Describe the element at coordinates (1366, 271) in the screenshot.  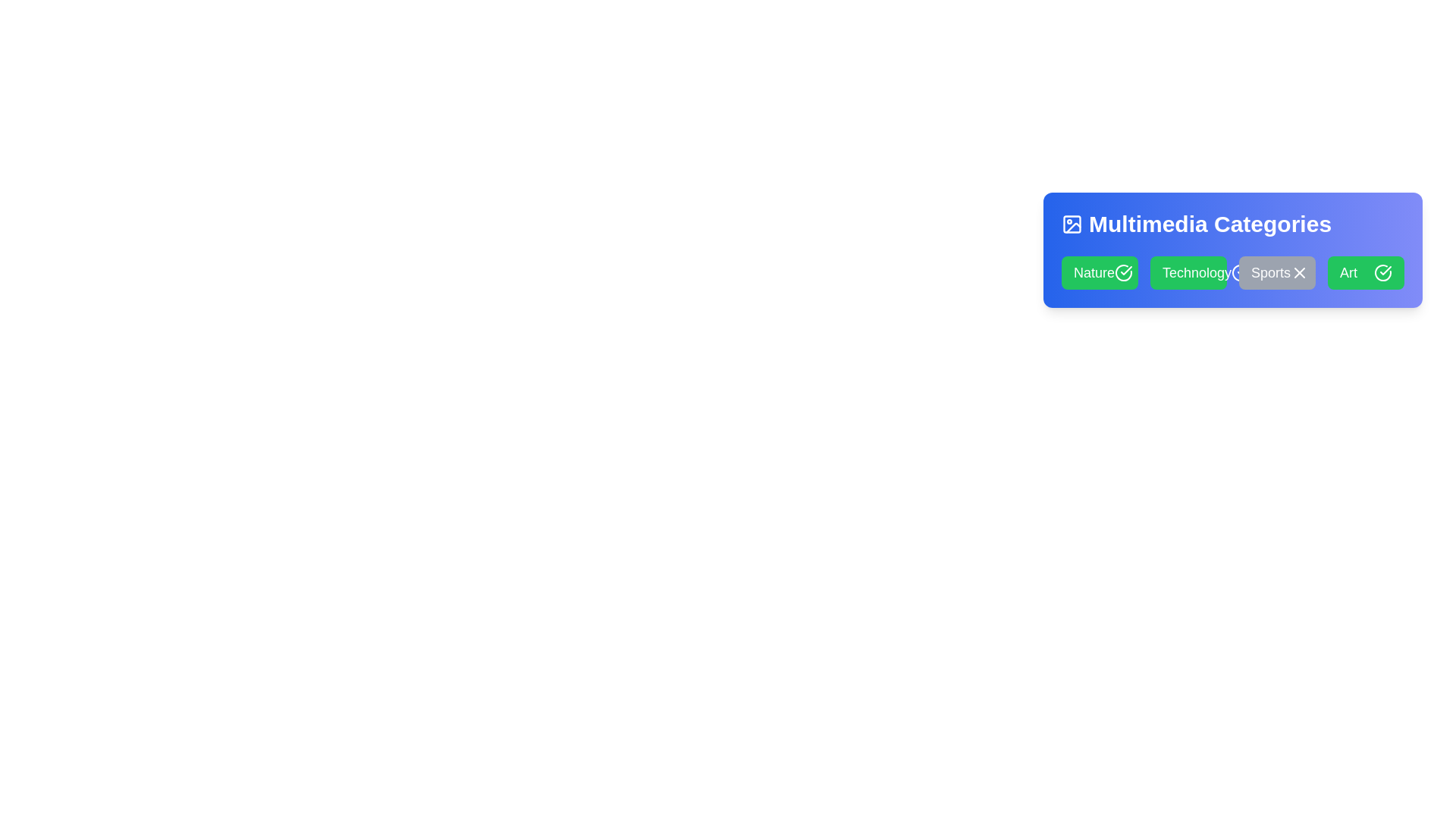
I see `the 'Art' button, which is a vibrant green rectangular button with rounded corners located` at that location.